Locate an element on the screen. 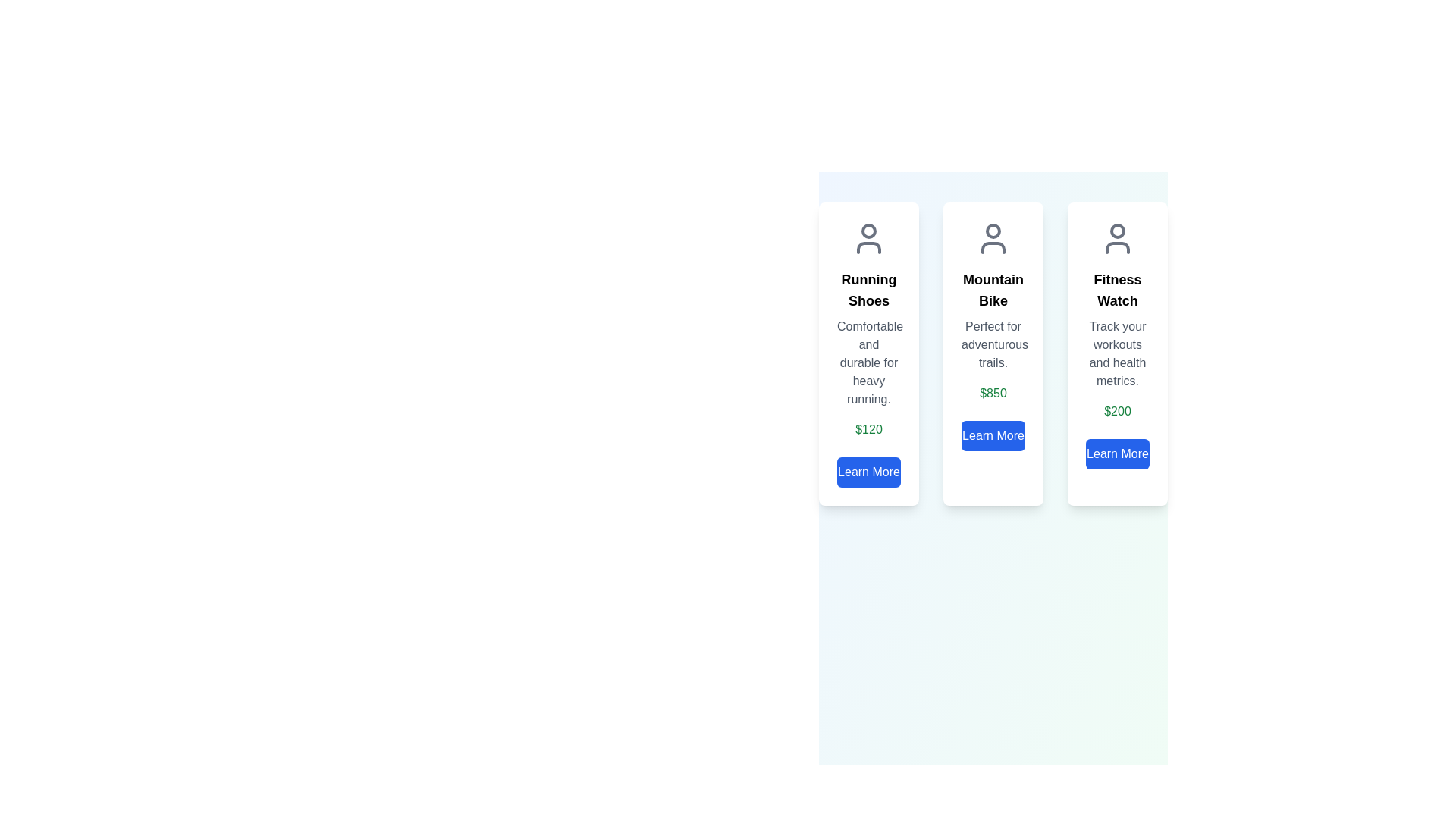  the heading labeled 'Fitness Watch', which is styled in bold and large font, located in the third product card above the description text is located at coordinates (1117, 290).